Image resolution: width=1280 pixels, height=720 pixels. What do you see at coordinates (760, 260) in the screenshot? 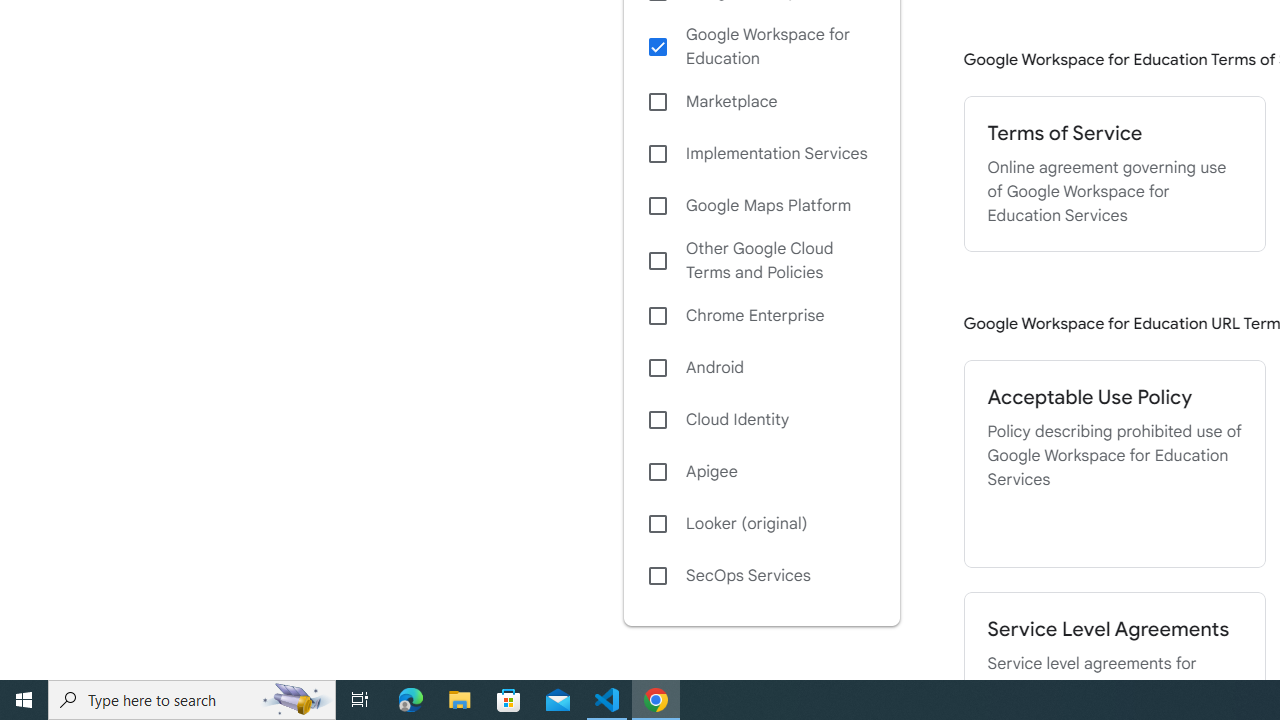
I see `'Other Google Cloud Terms and Policies'` at bounding box center [760, 260].